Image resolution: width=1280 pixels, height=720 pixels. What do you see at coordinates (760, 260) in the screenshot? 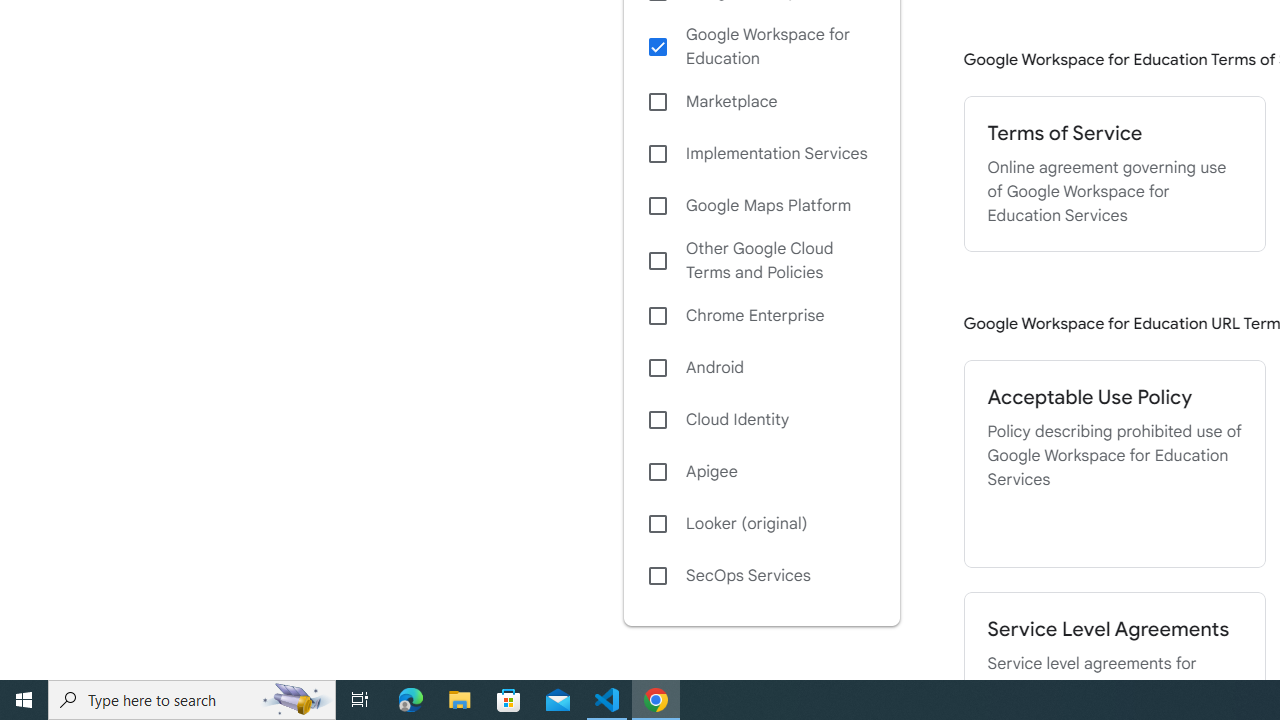
I see `'Other Google Cloud Terms and Policies'` at bounding box center [760, 260].